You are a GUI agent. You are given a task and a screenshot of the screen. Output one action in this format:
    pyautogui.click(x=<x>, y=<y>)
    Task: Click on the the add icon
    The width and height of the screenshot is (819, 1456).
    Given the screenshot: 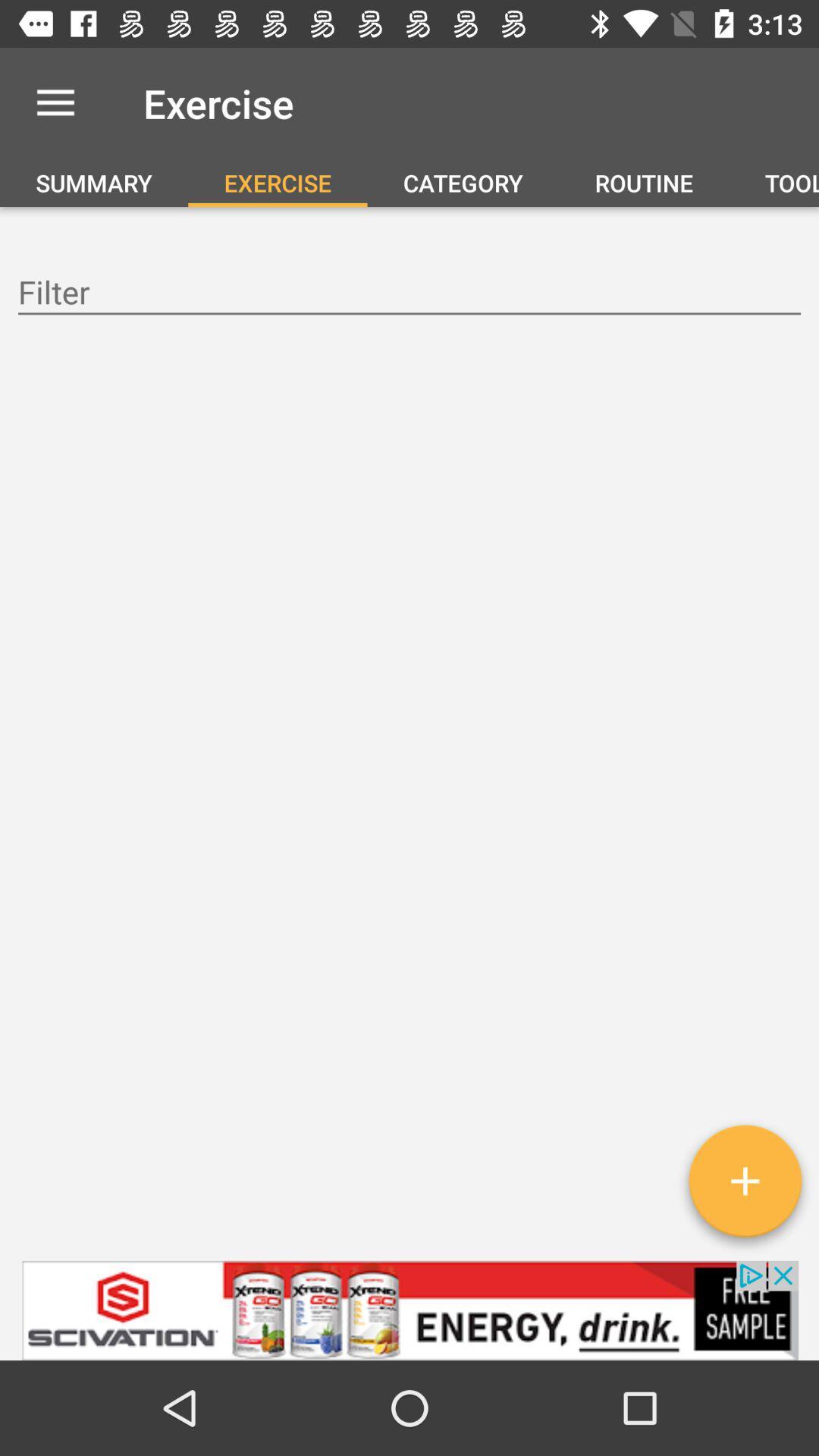 What is the action you would take?
    pyautogui.click(x=744, y=1186)
    